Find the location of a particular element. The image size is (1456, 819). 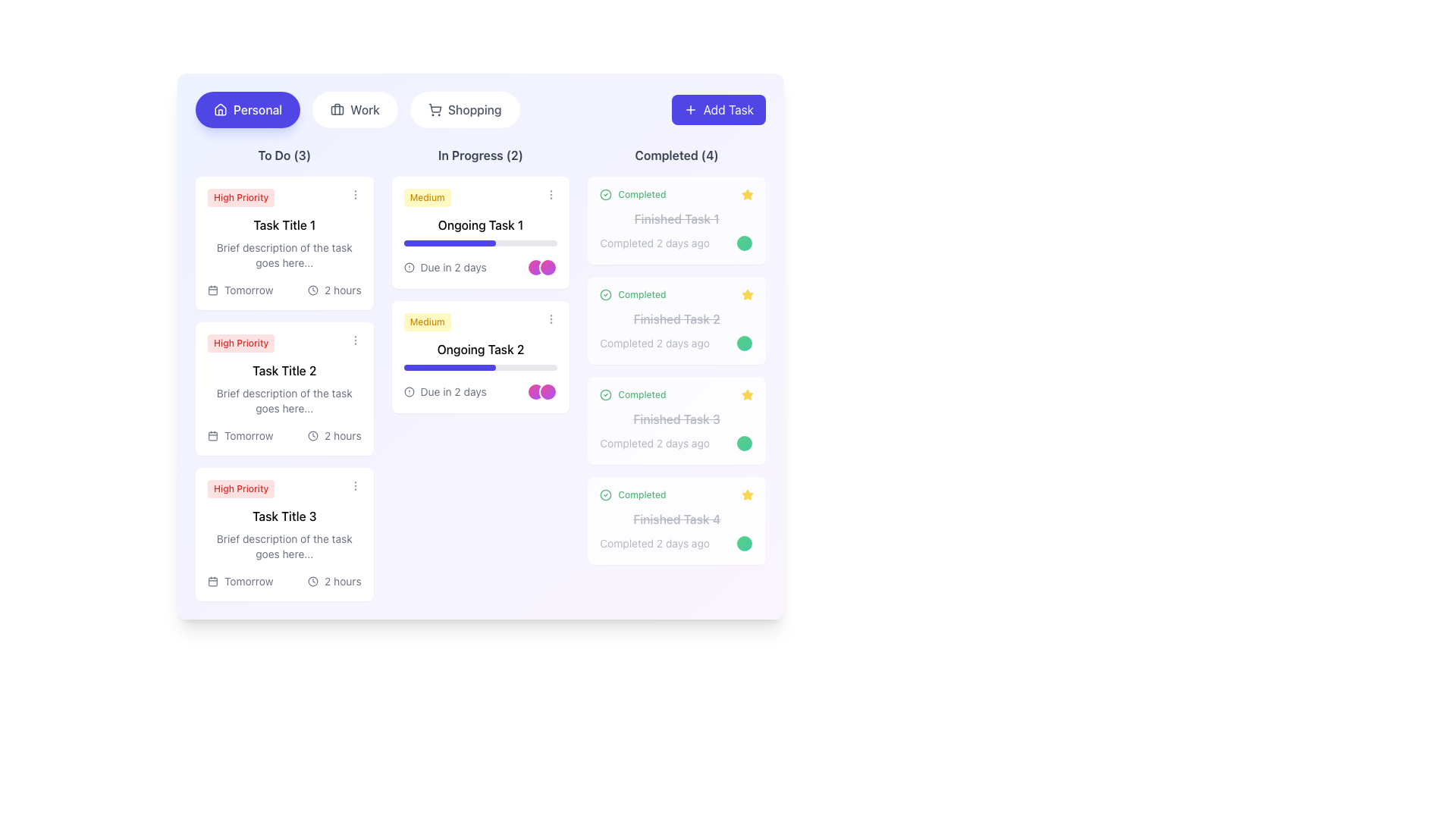

the text label that displays 'Completed' in a green font, located to the right of a check-in-circle icon in the 'Completed' section of the interface is located at coordinates (642, 394).